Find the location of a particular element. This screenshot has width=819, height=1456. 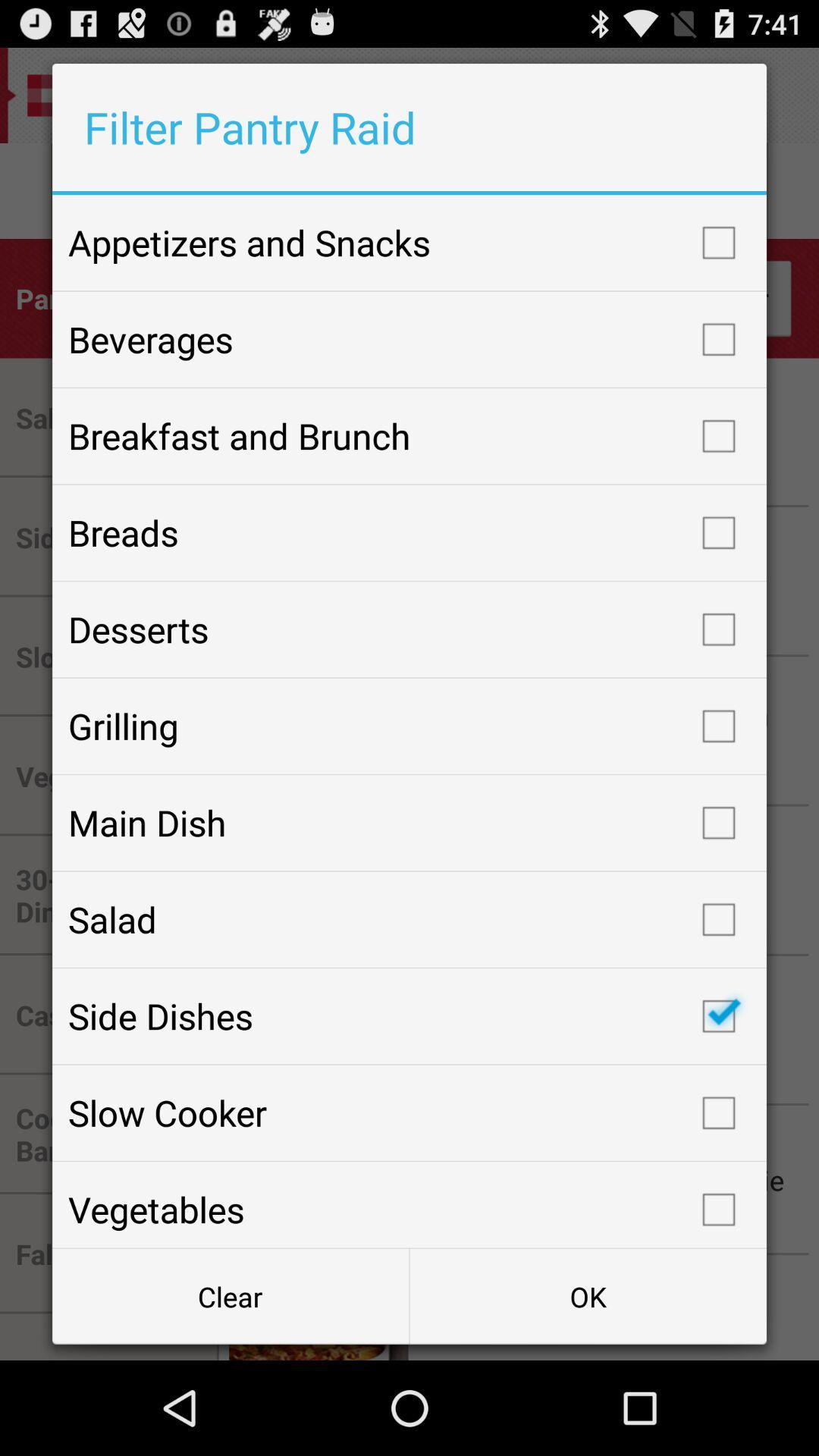

beverages checkbox is located at coordinates (409, 338).